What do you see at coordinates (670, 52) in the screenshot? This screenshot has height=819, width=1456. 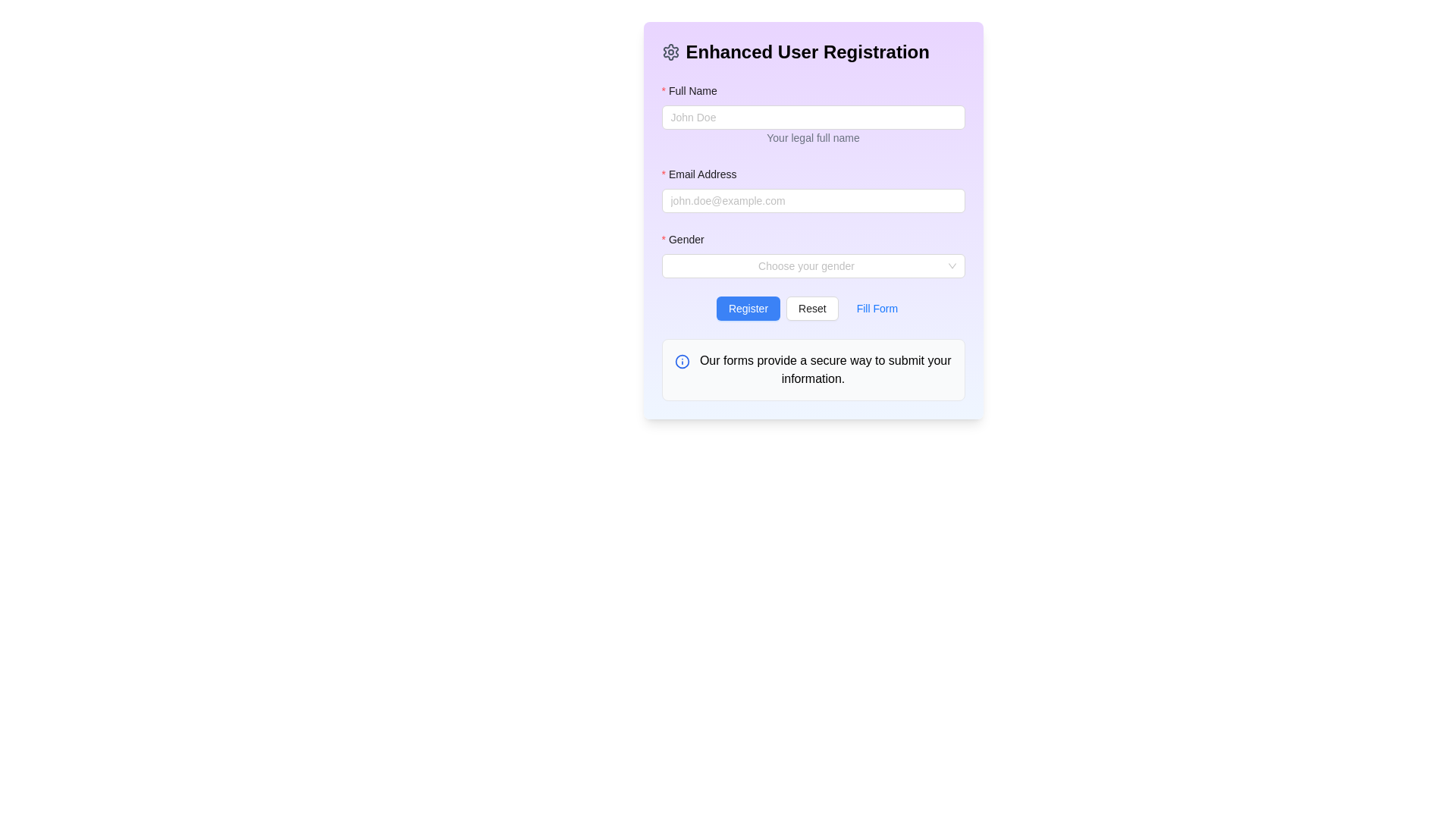 I see `the decorative part of the settings gear icon located to the left of the 'Enhanced User Registration' title at the top of the form` at bounding box center [670, 52].